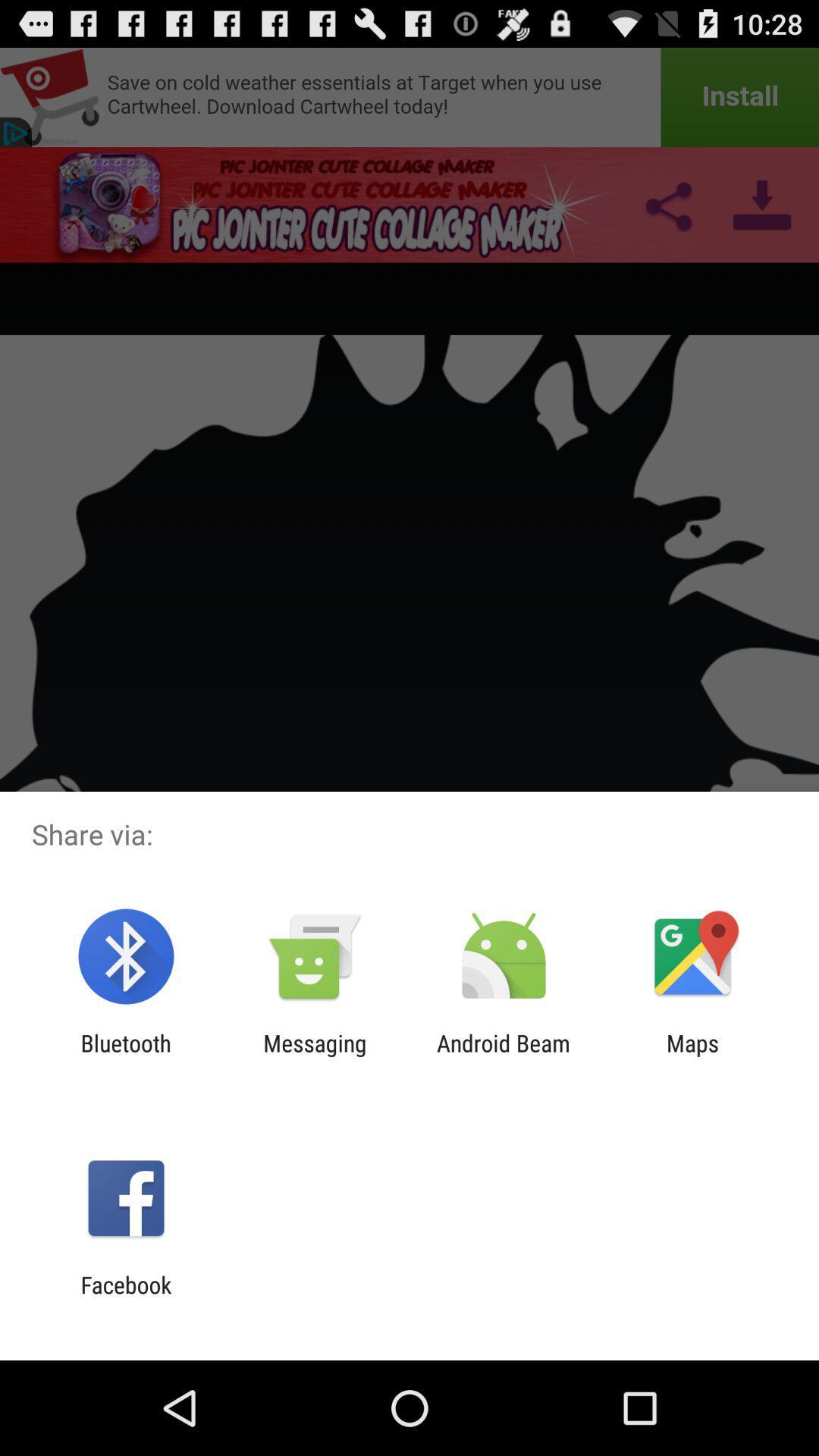 The height and width of the screenshot is (1456, 819). I want to click on the bluetooth icon, so click(125, 1056).